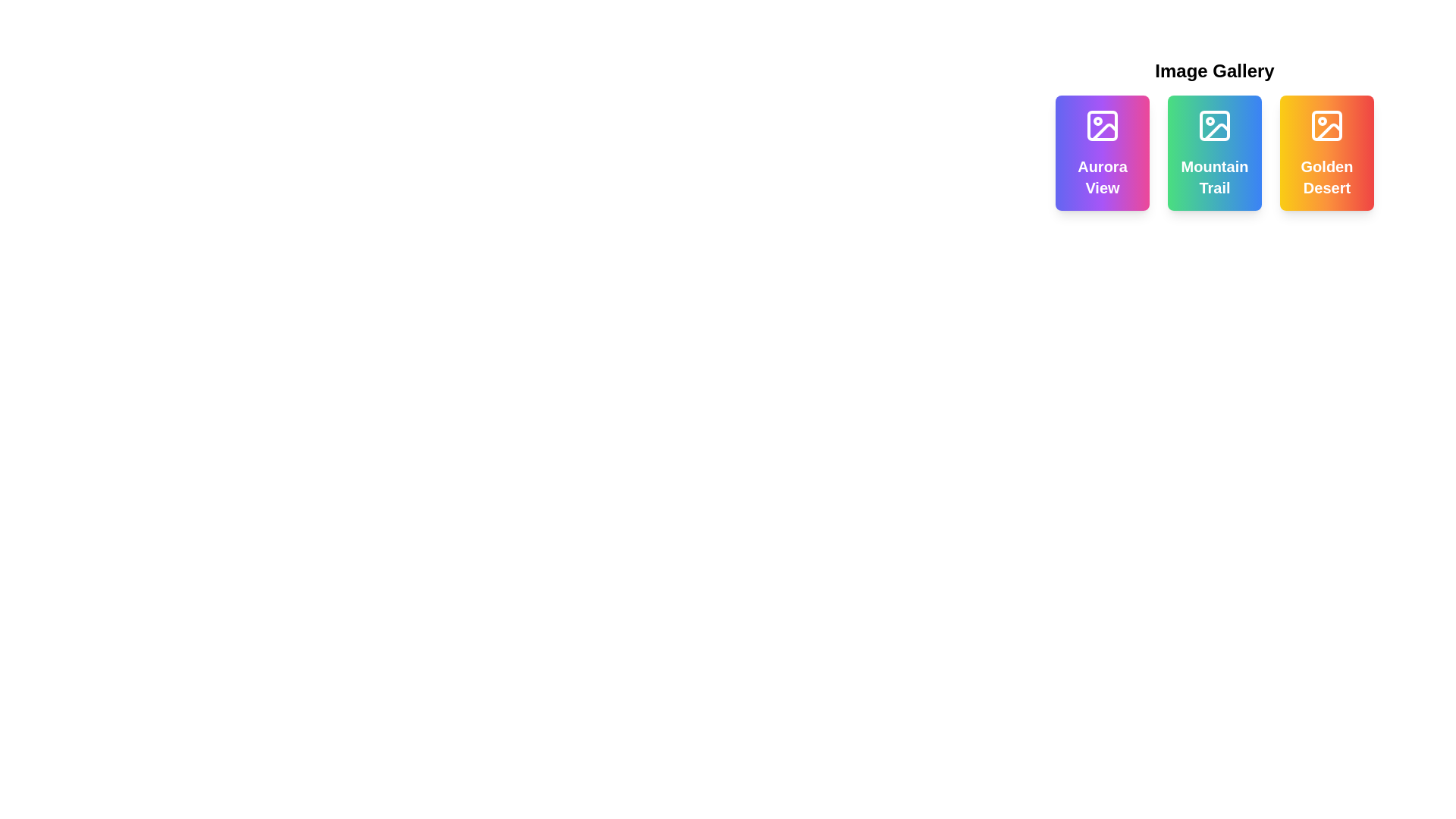 The image size is (1456, 819). Describe the element at coordinates (1215, 124) in the screenshot. I see `the 'Mountain Trail' icon located at the top center of the middle card, which visually represents the 'Mountain Trail' option` at that location.